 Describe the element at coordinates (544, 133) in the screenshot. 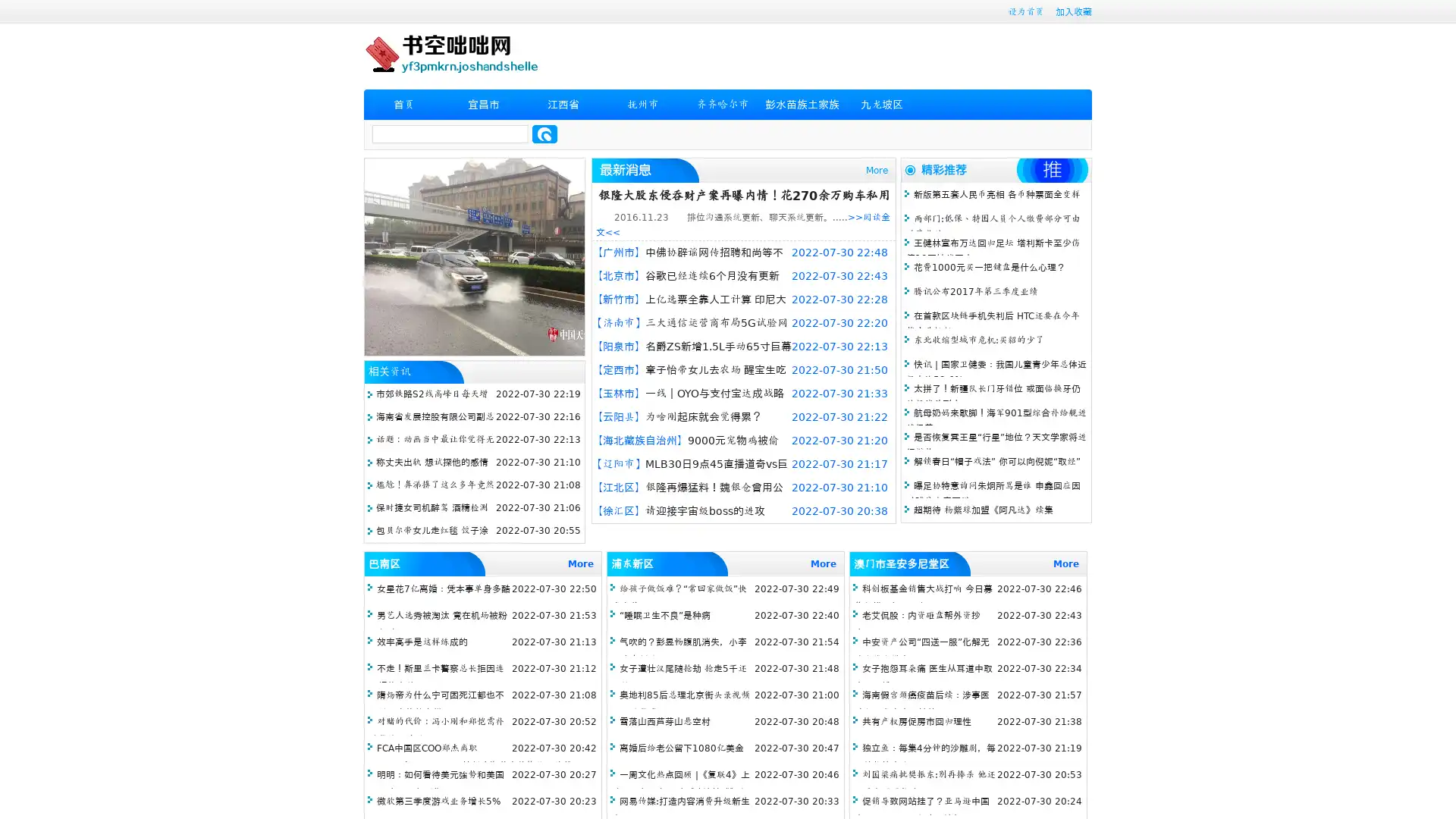

I see `Search` at that location.